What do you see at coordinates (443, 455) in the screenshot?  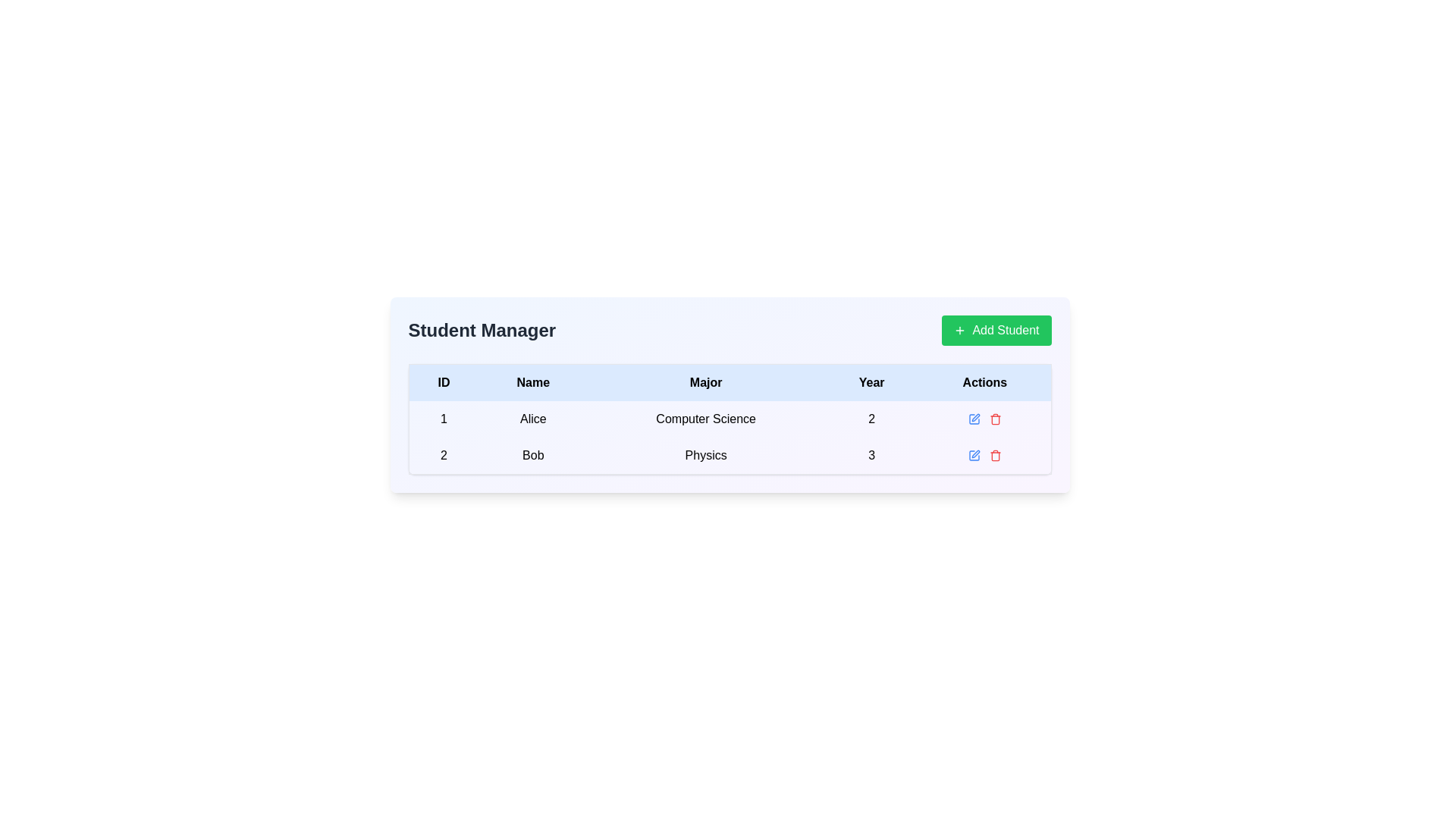 I see `the text block displaying the number '2', which is bold and black, centered in the first column of the second row, serving as the ID for the entry 'Bob'` at bounding box center [443, 455].